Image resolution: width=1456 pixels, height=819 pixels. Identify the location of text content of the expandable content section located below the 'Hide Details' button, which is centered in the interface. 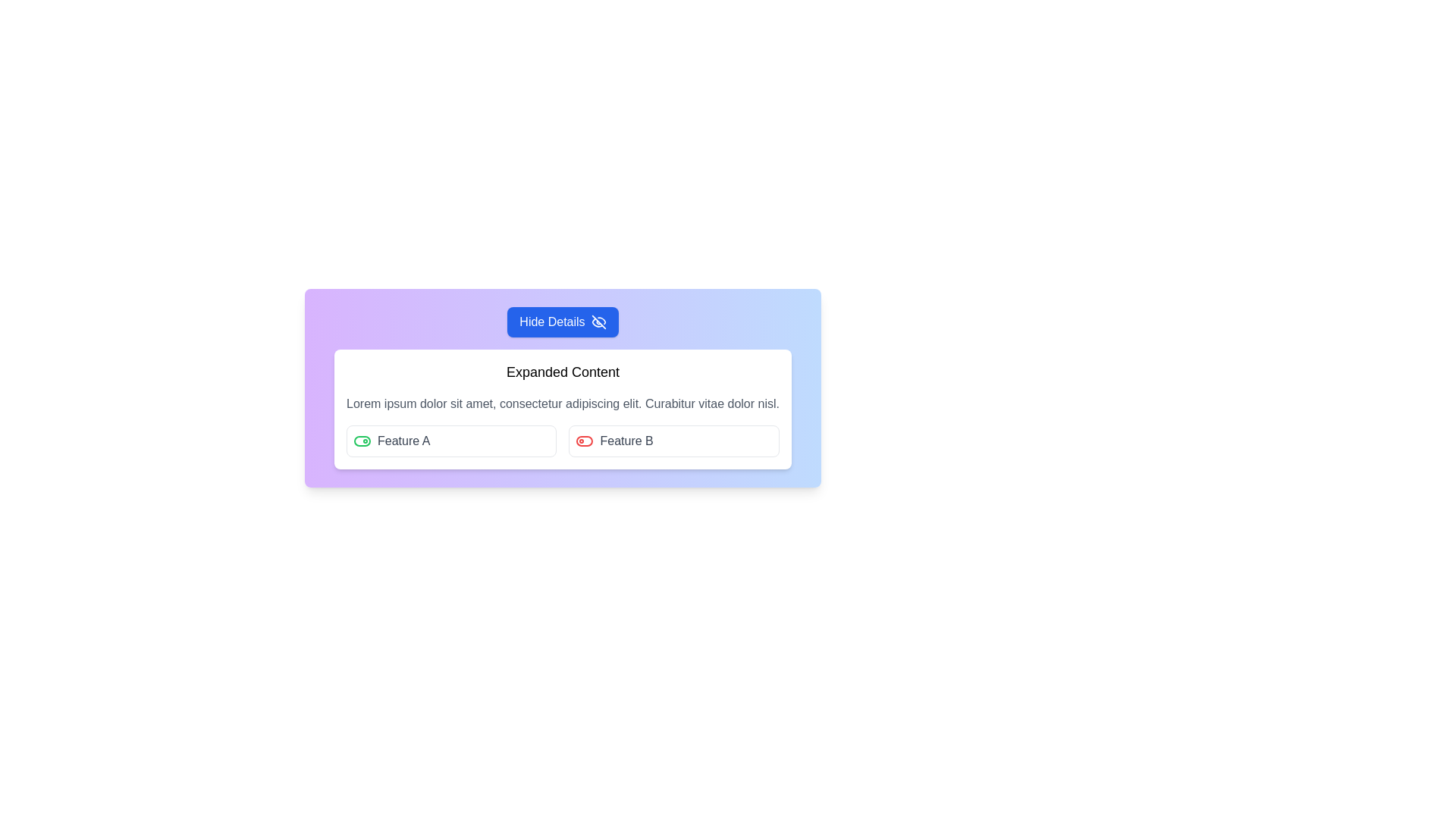
(562, 409).